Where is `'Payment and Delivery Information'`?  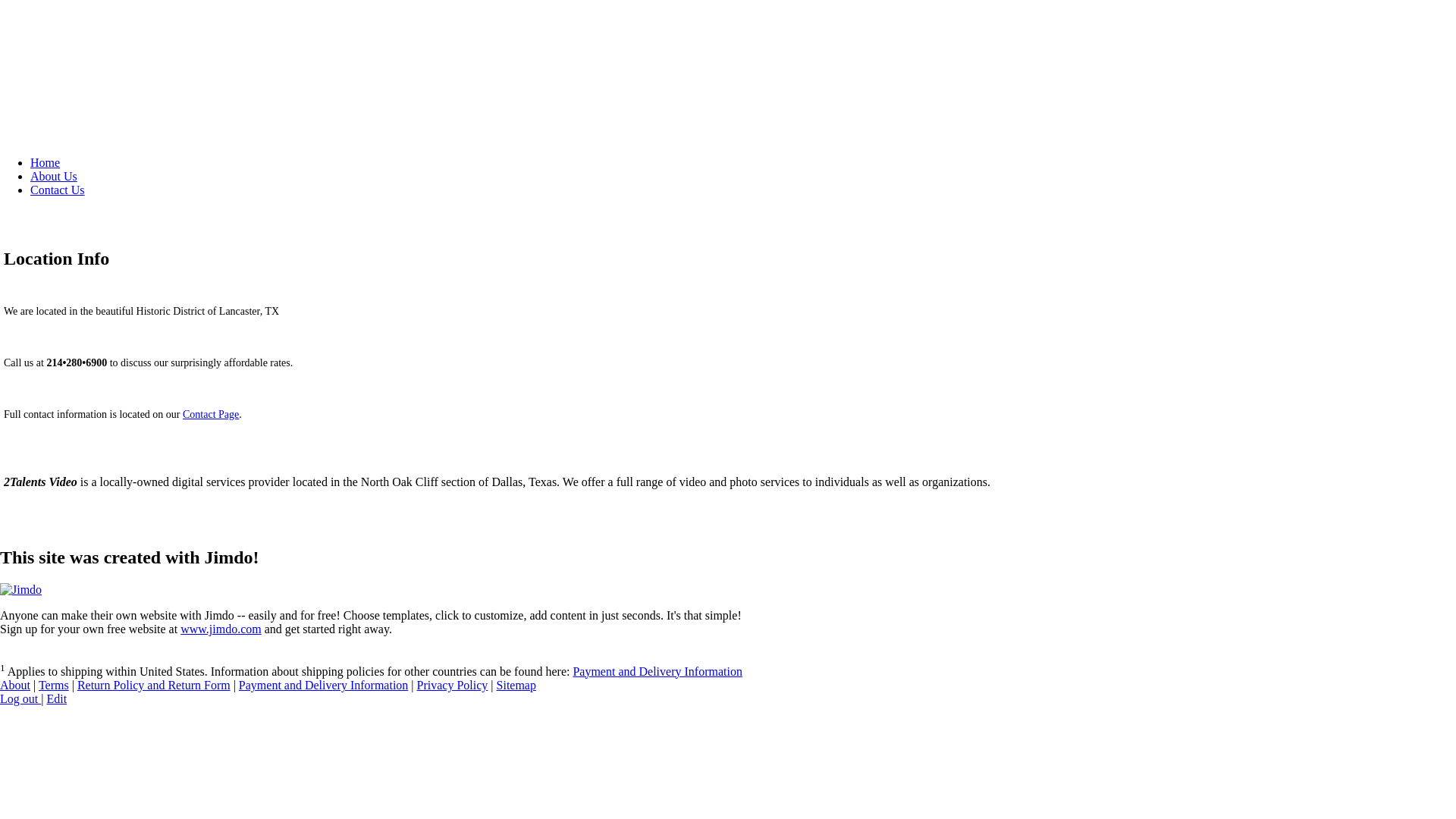
'Payment and Delivery Information' is located at coordinates (323, 685).